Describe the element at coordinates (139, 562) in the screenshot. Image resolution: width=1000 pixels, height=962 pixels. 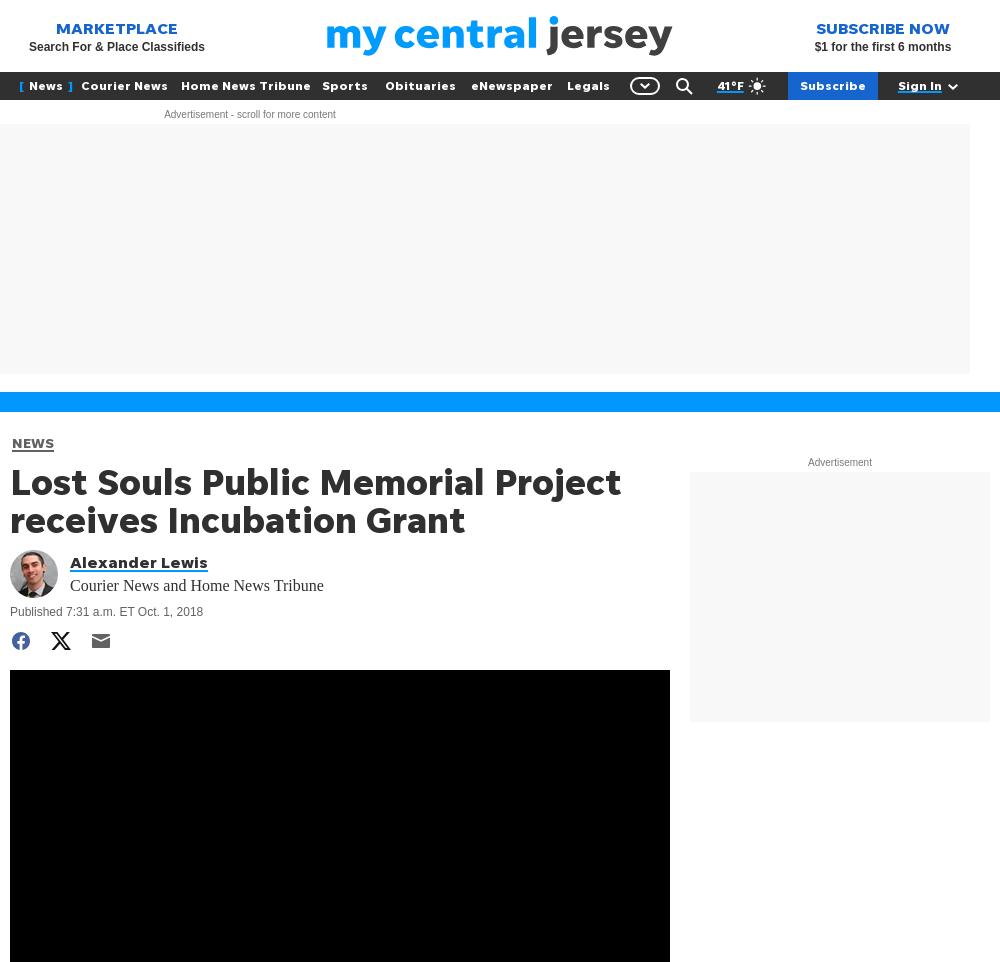
I see `'Alexander Lewis'` at that location.